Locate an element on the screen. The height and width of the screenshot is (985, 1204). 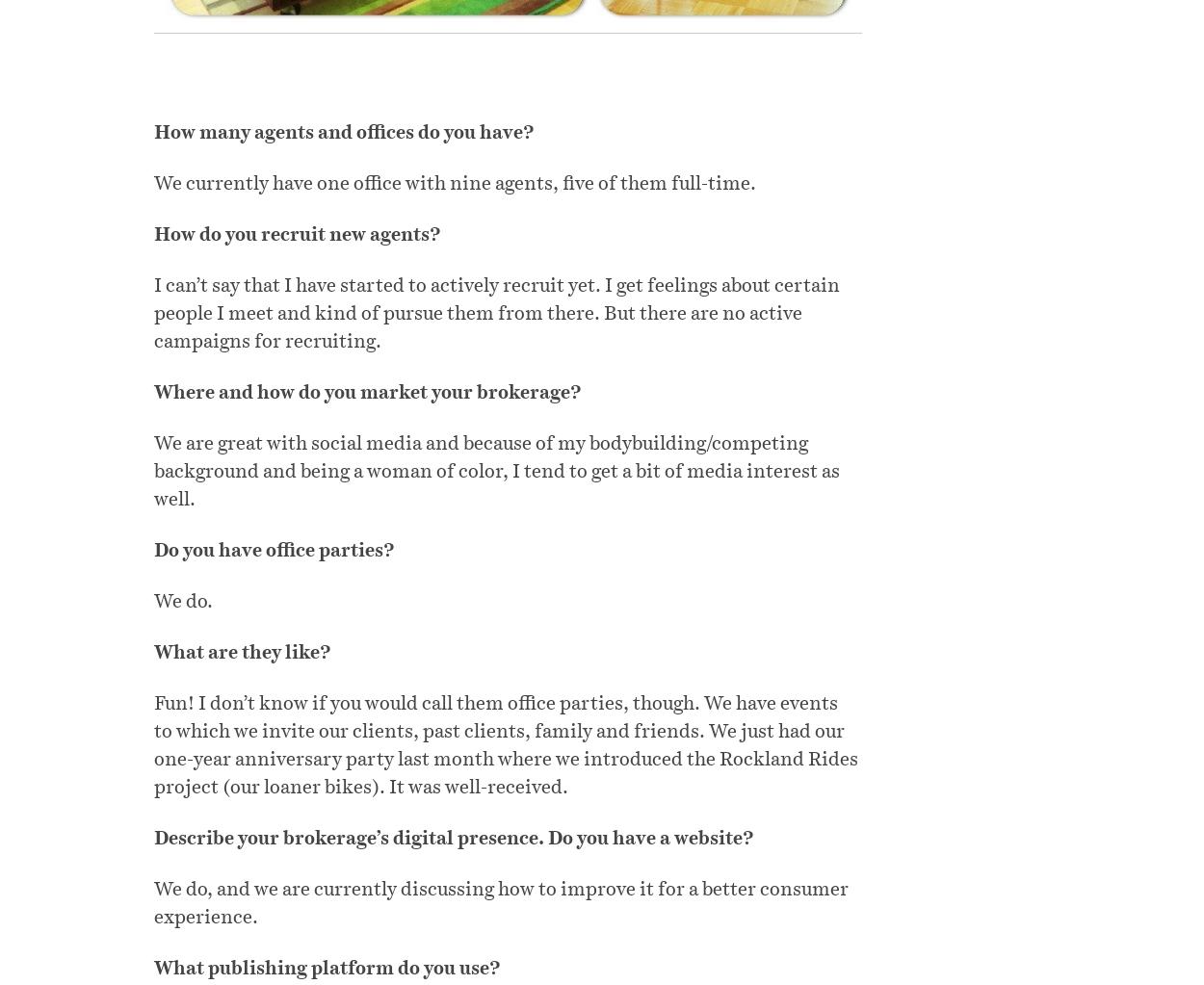
'Do you have office parties?' is located at coordinates (274, 550).